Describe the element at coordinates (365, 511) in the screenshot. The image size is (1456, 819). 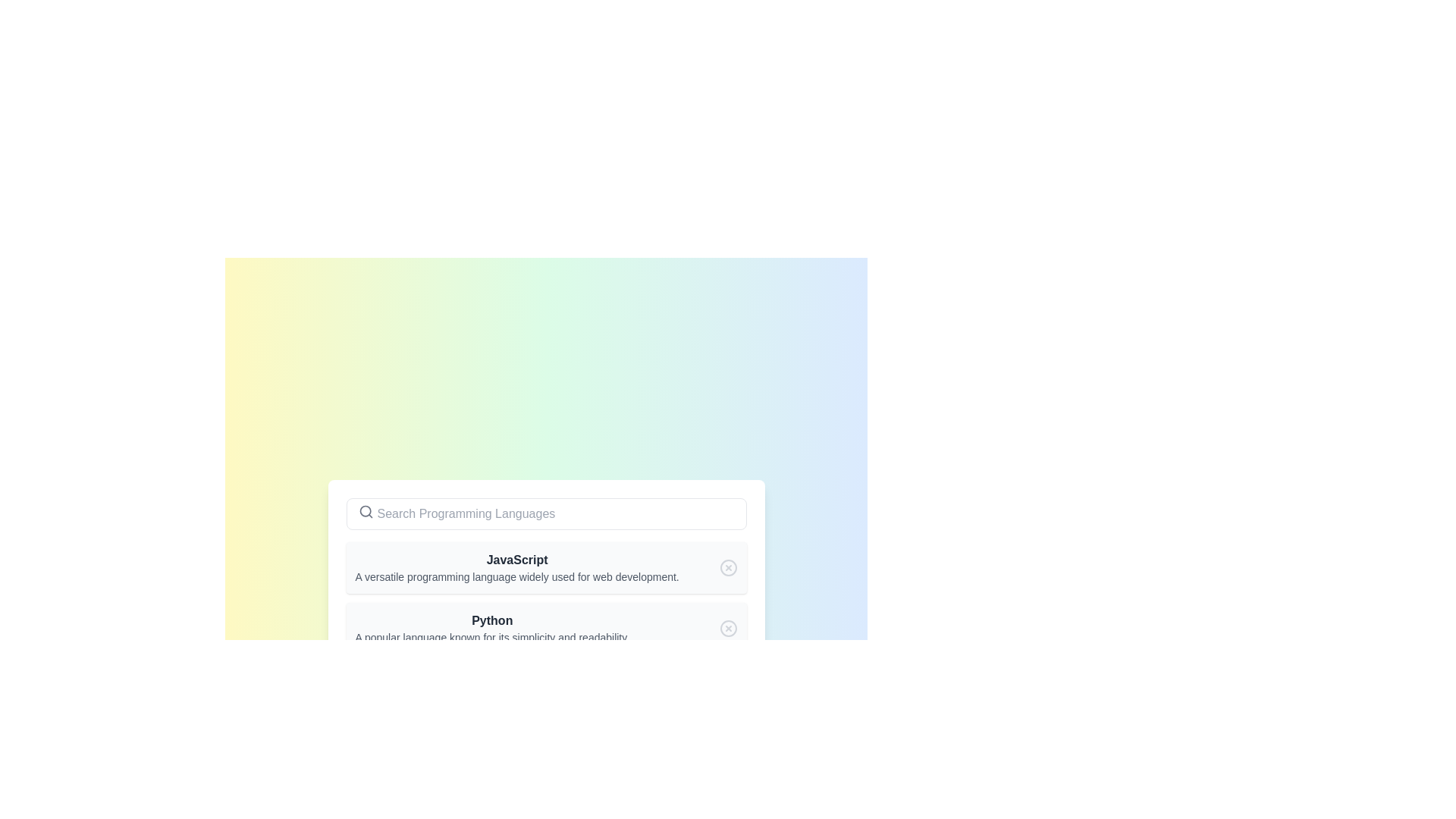
I see `the position of the SVG Circle that visually represents a magnifying glass within the search bar area` at that location.